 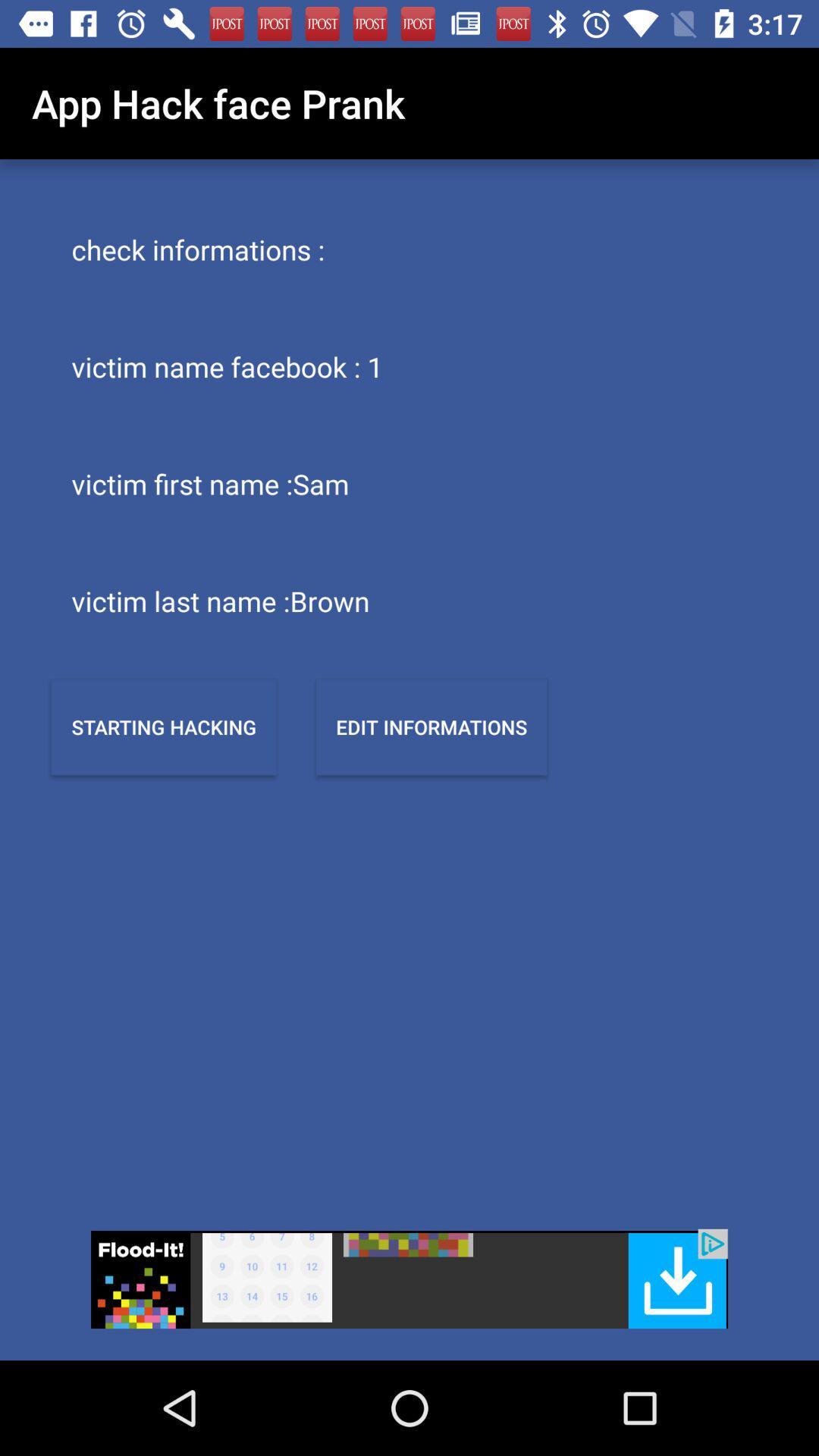 What do you see at coordinates (409, 1278) in the screenshot?
I see `advertisement` at bounding box center [409, 1278].